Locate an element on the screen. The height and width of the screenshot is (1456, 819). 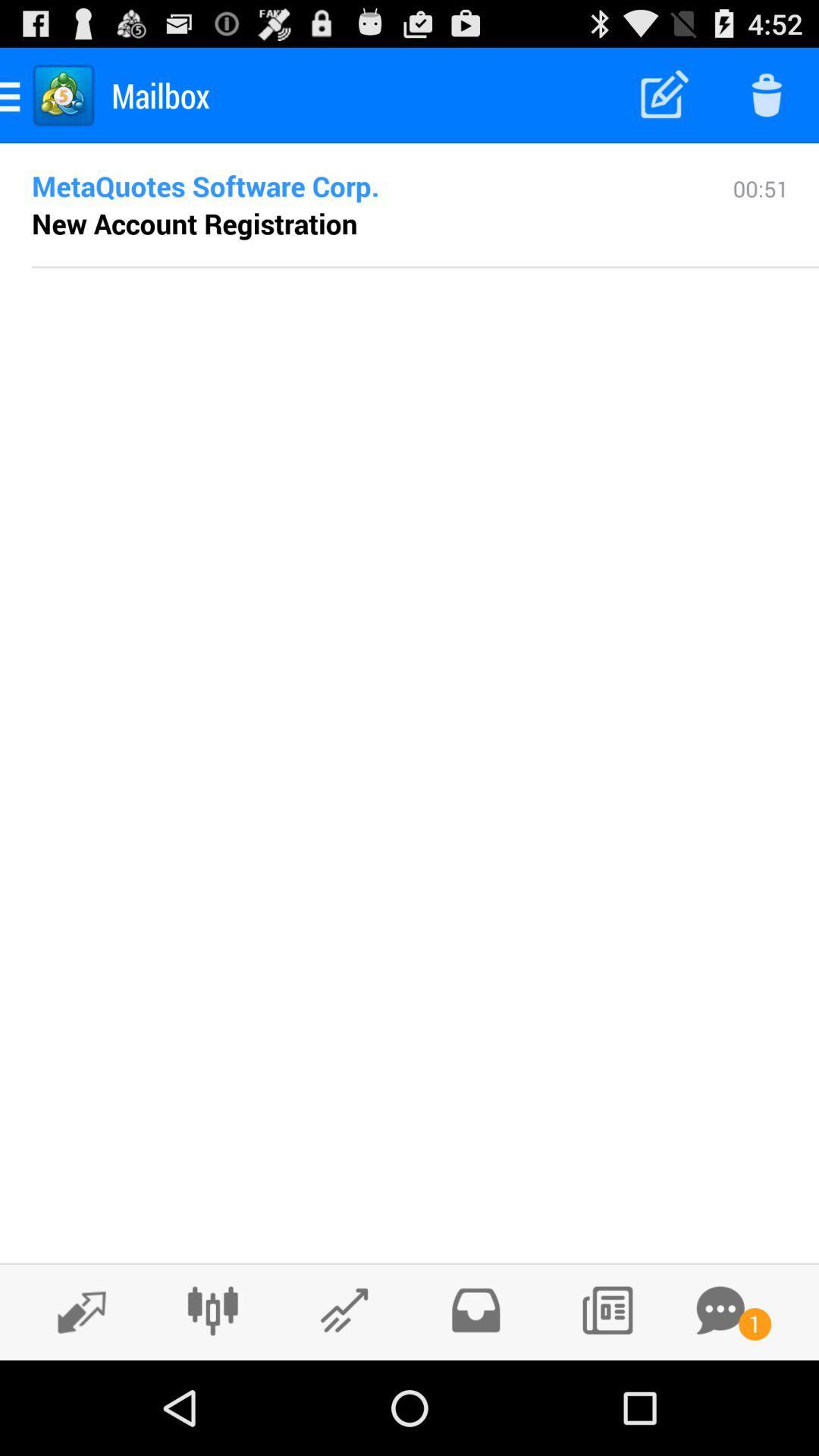
the icon to the left of the 00:51 icon is located at coordinates (358, 185).